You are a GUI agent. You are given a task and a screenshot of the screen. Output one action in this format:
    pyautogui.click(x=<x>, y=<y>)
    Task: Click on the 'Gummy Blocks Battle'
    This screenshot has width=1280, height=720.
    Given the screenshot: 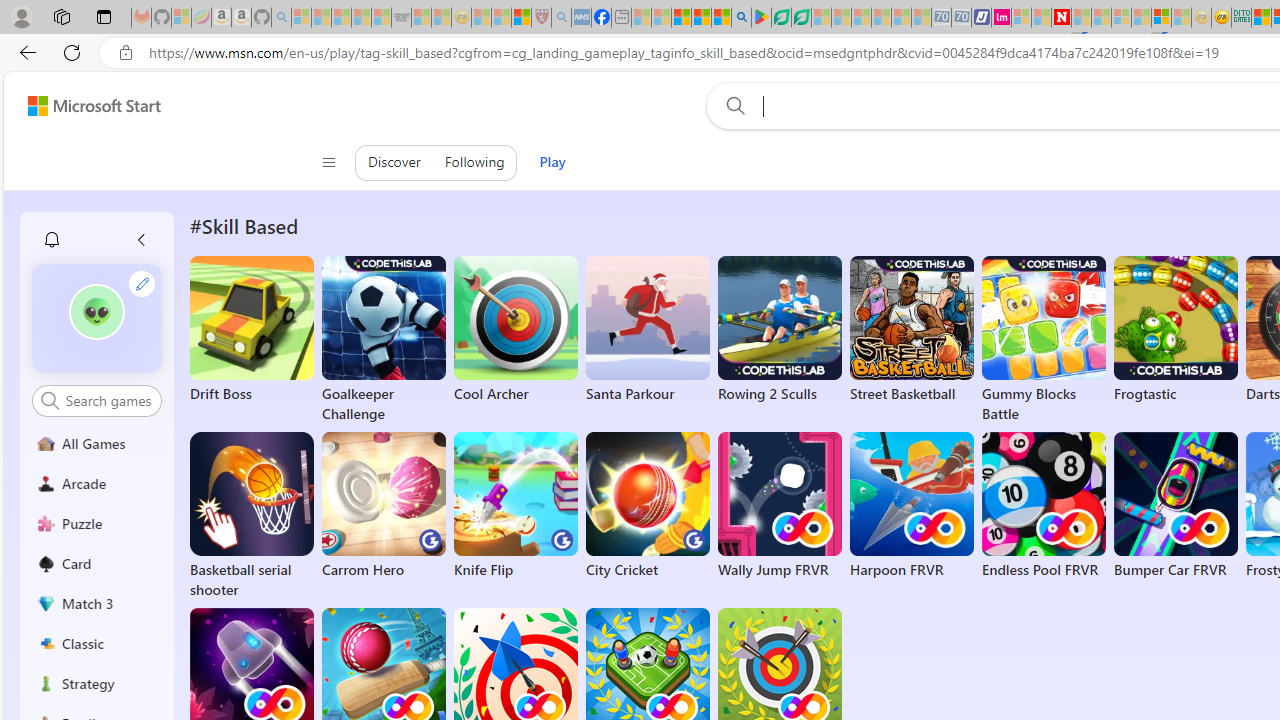 What is the action you would take?
    pyautogui.click(x=1042, y=339)
    